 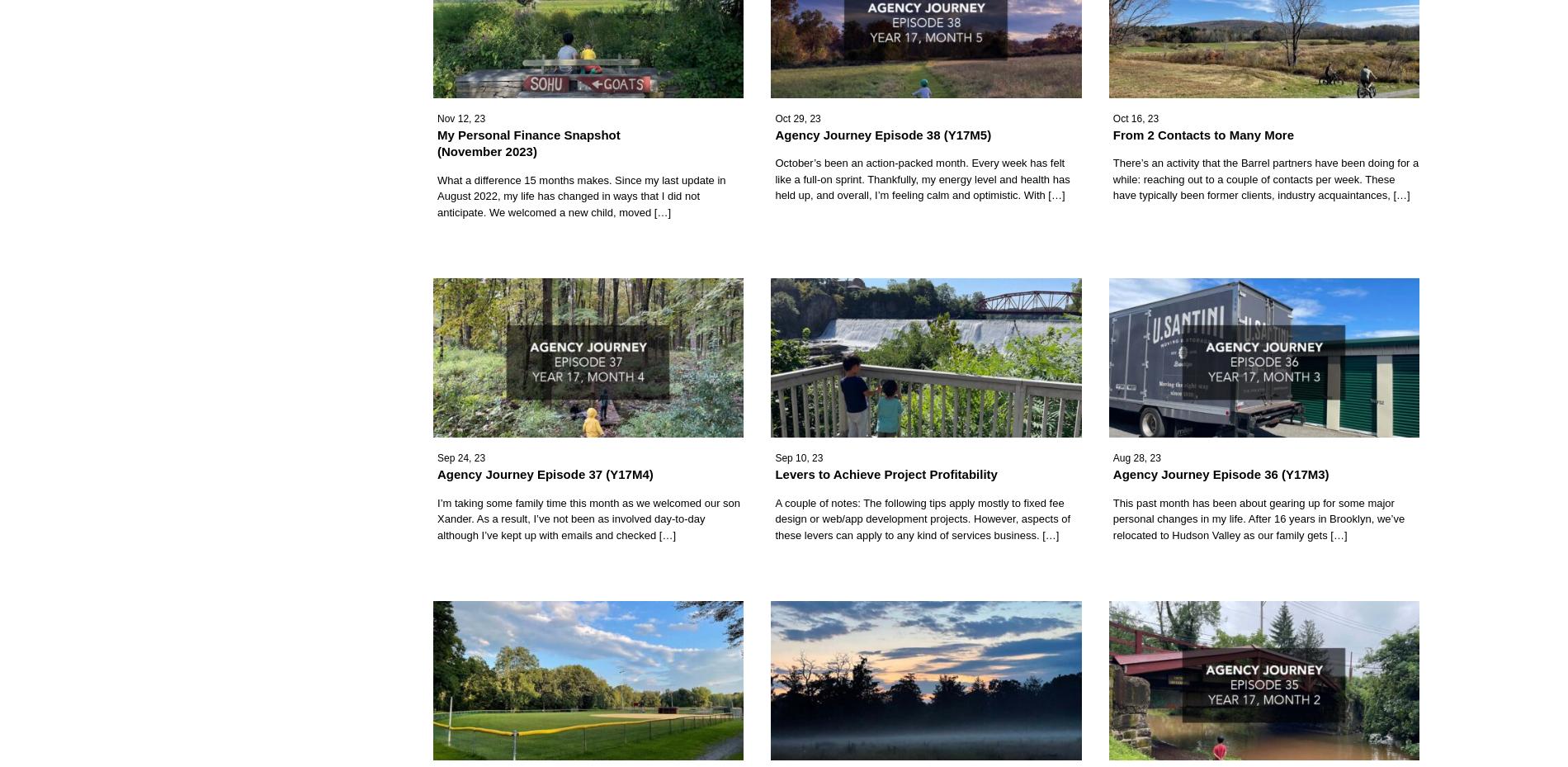 I want to click on 'My Personal Finance Snapshot (November 2023)', so click(x=528, y=143).